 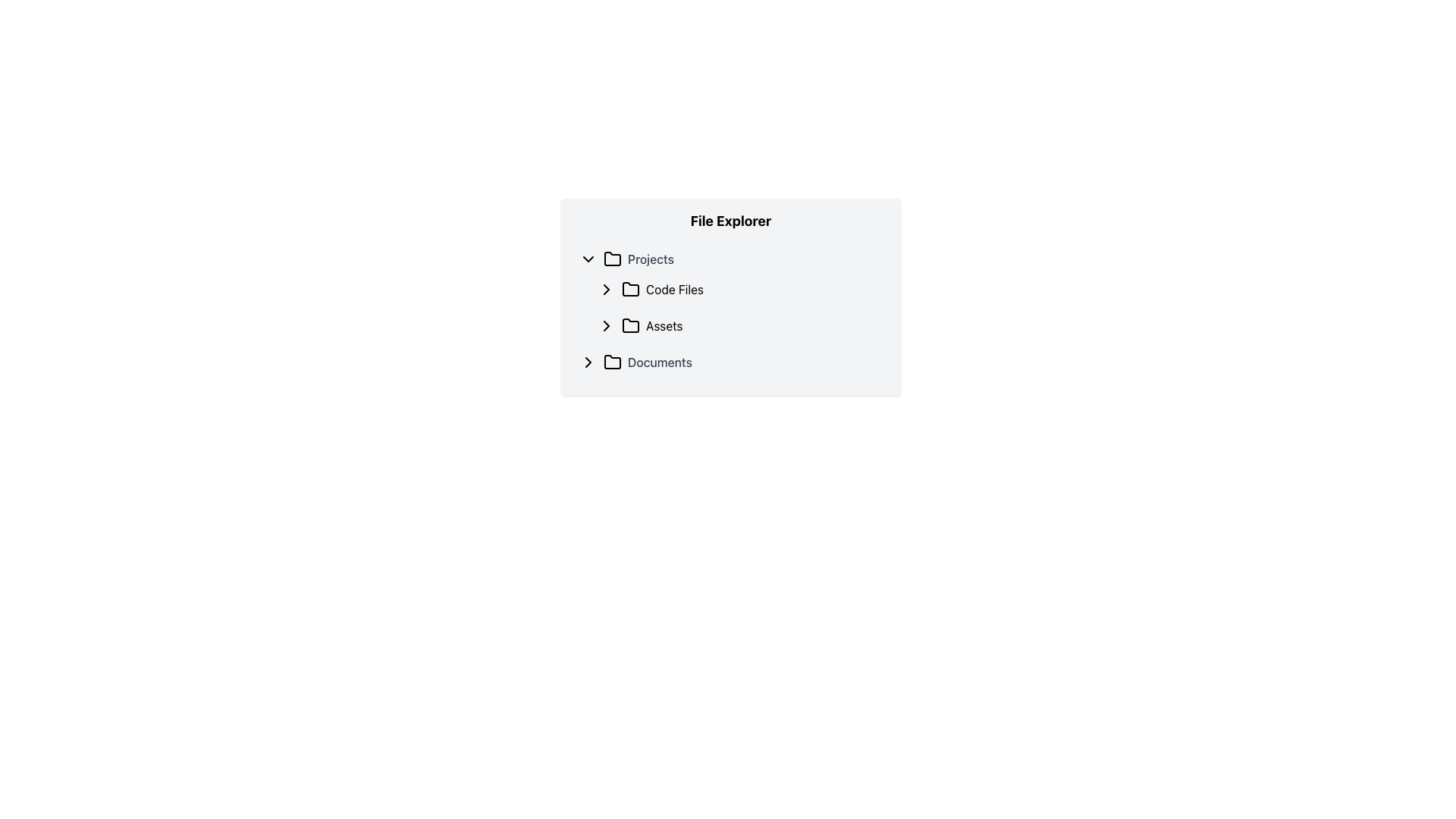 What do you see at coordinates (739, 325) in the screenshot?
I see `the 'Assets' folder entry` at bounding box center [739, 325].